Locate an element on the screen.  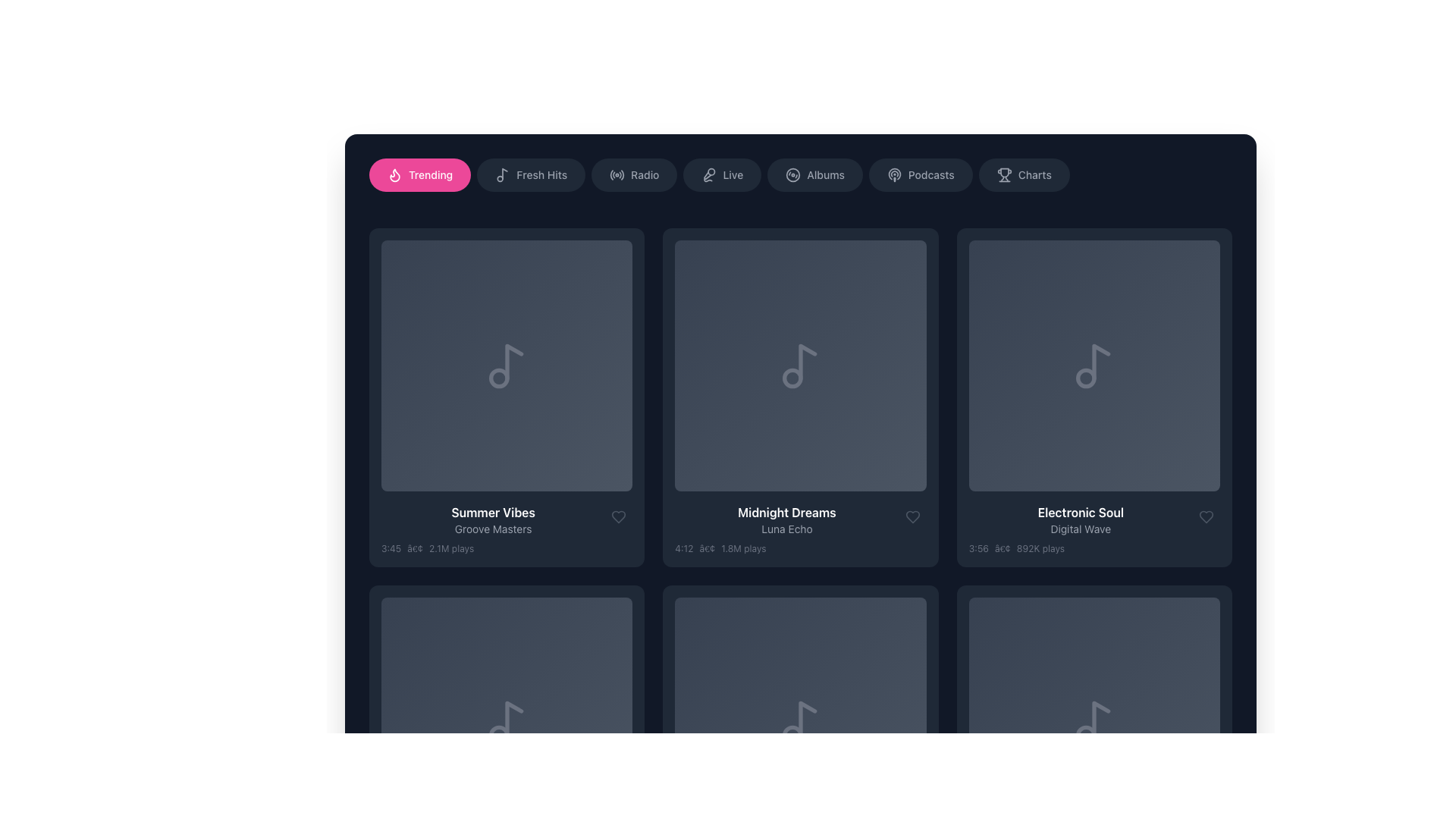
the 'Podcasts' text label in the top navigation bar is located at coordinates (930, 174).